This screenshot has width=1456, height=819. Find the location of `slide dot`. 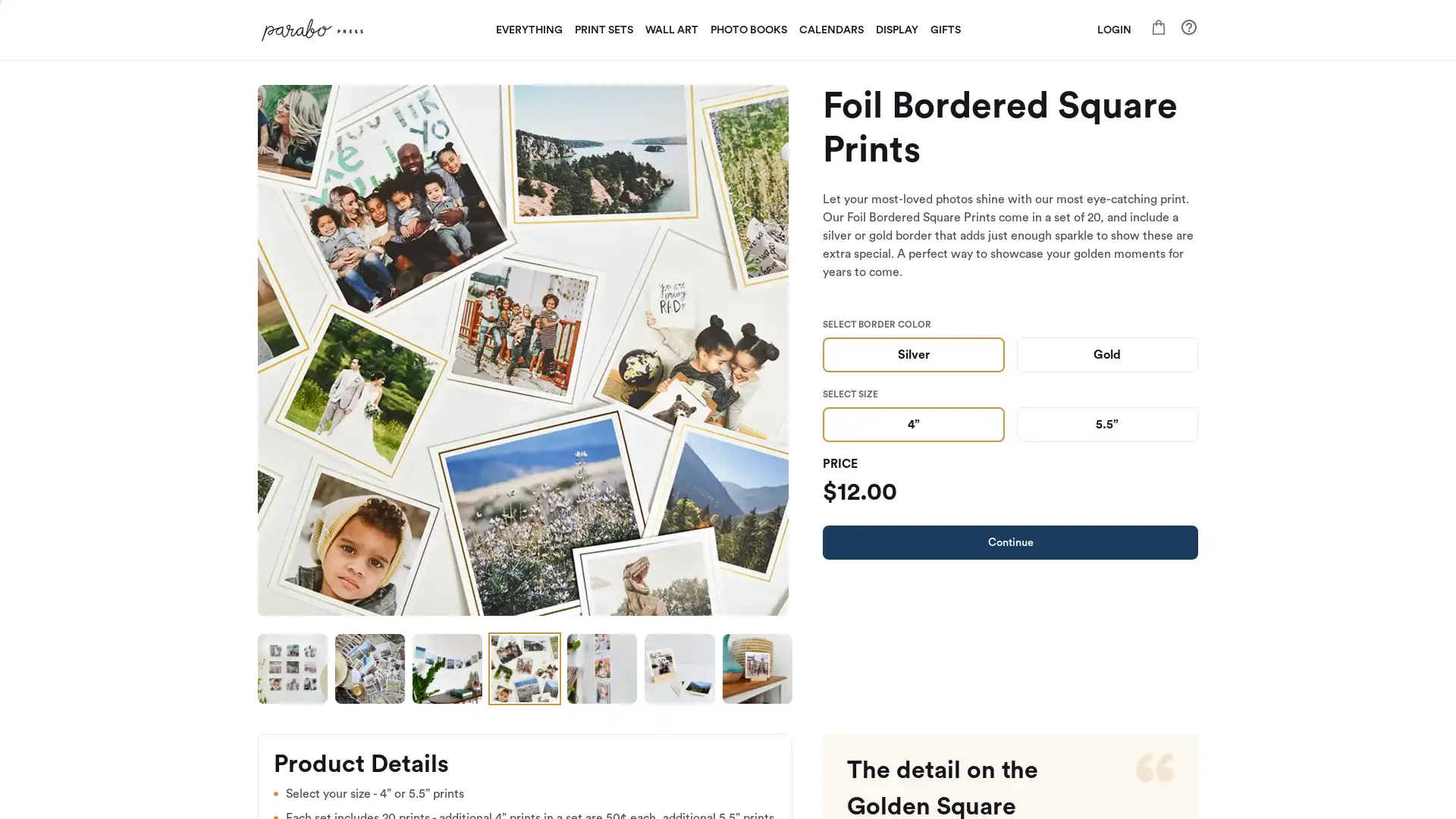

slide dot is located at coordinates (292, 668).